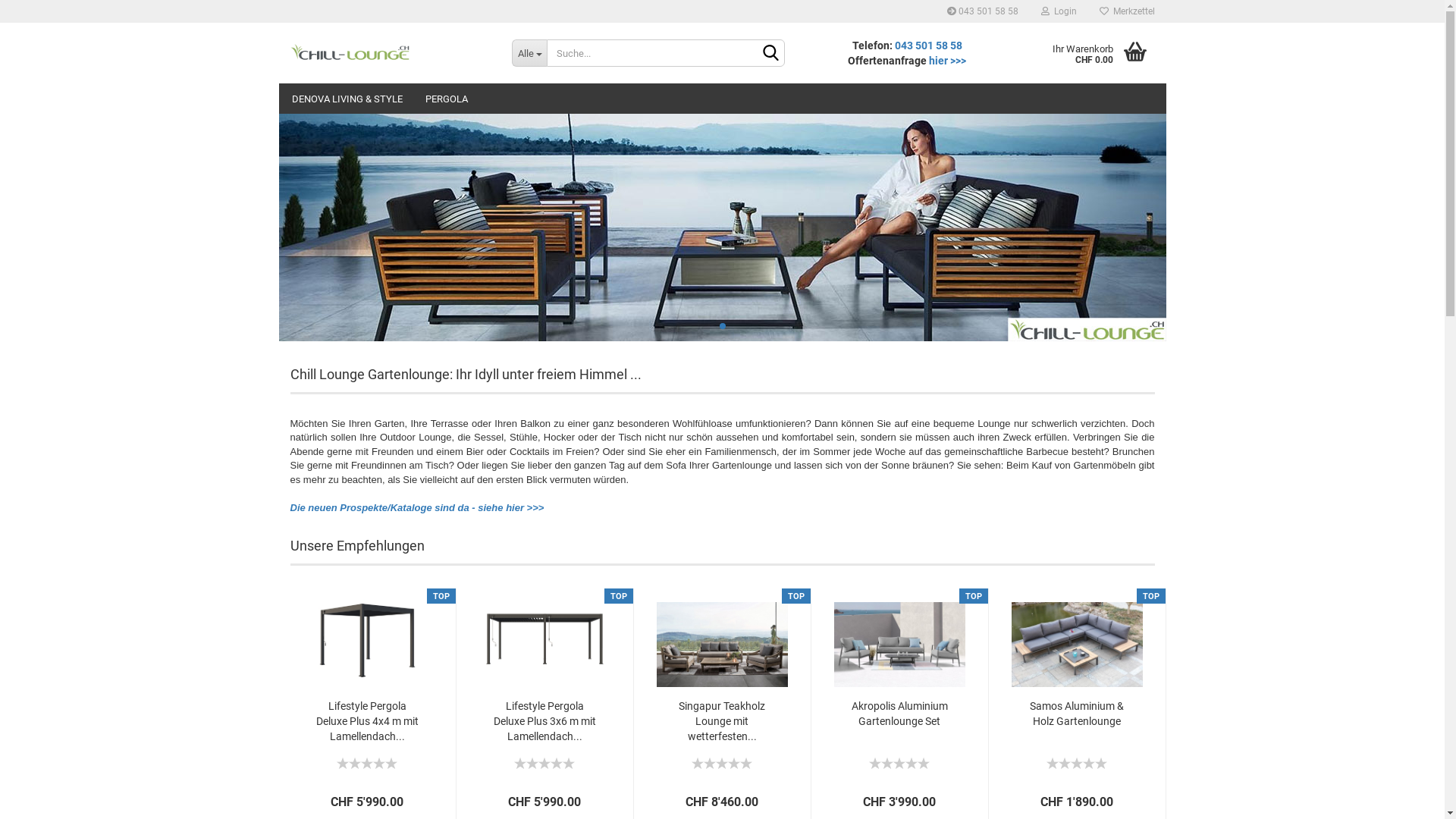 The width and height of the screenshot is (1456, 819). Describe the element at coordinates (544, 720) in the screenshot. I see `'Lifestyle Pergola Deluxe Plus 3x6 m mit Lamellendach...'` at that location.